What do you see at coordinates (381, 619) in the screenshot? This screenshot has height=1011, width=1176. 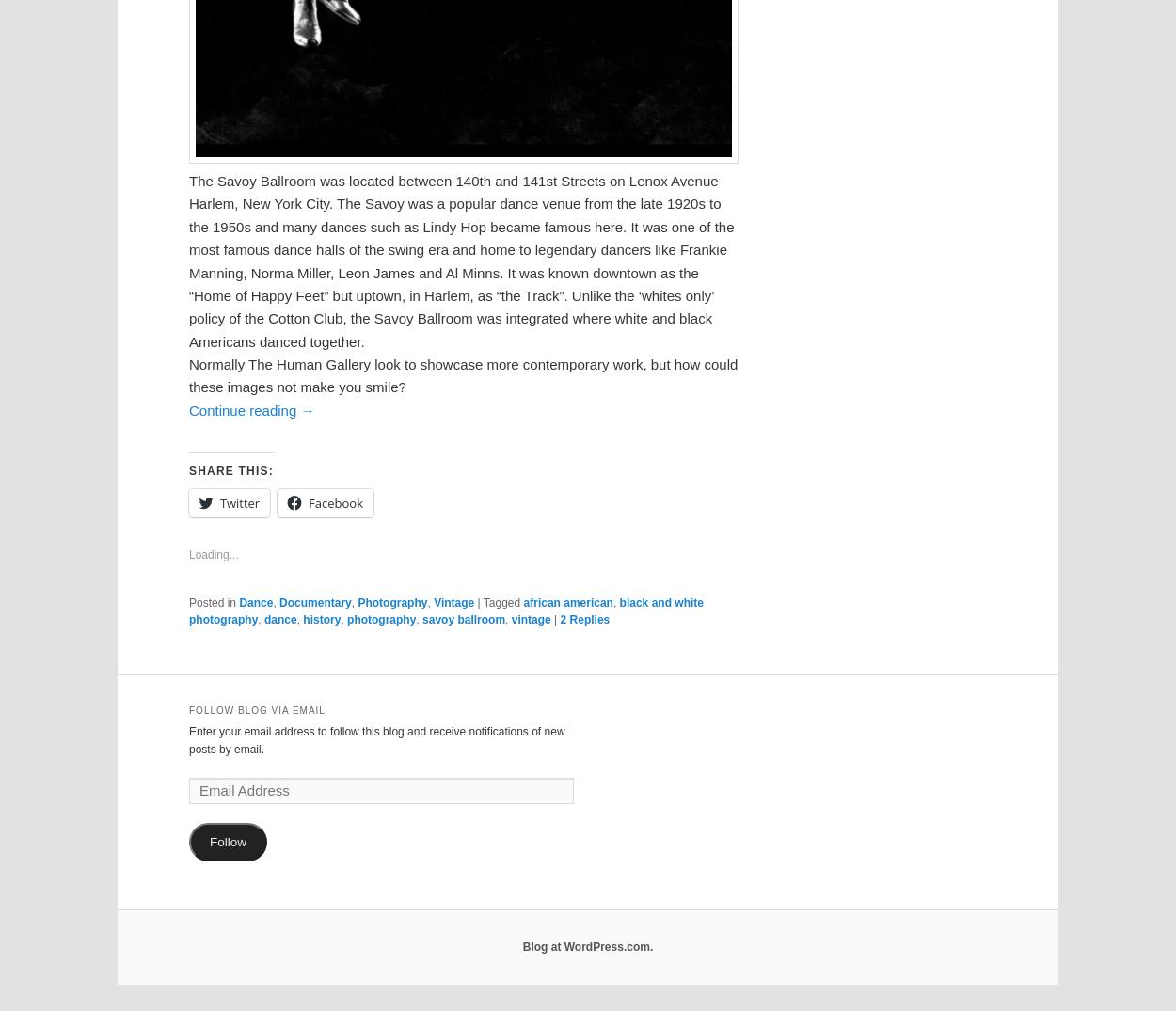 I see `'photography'` at bounding box center [381, 619].